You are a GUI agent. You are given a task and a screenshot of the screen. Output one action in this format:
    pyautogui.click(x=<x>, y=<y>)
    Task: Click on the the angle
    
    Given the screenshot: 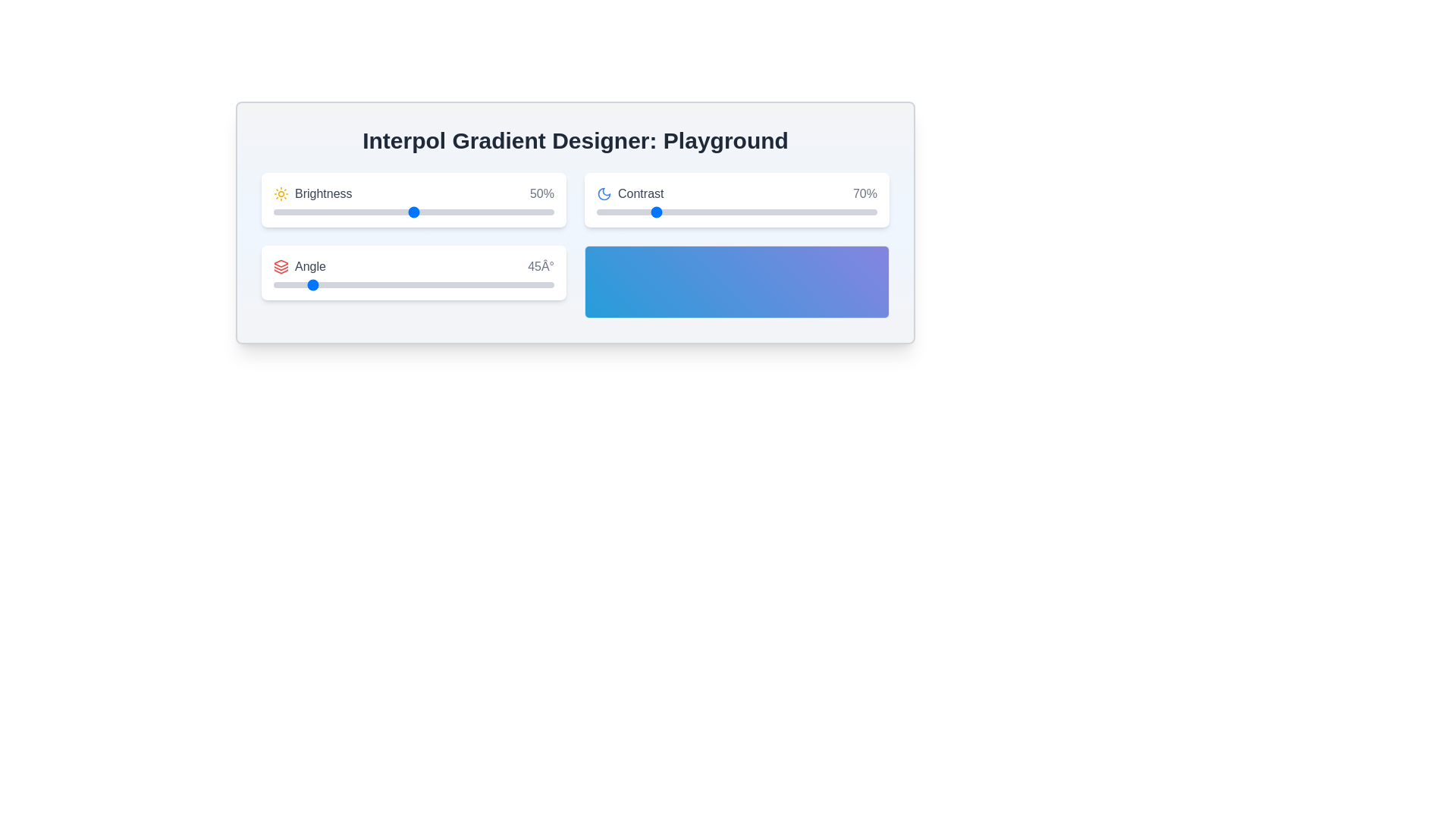 What is the action you would take?
    pyautogui.click(x=330, y=284)
    